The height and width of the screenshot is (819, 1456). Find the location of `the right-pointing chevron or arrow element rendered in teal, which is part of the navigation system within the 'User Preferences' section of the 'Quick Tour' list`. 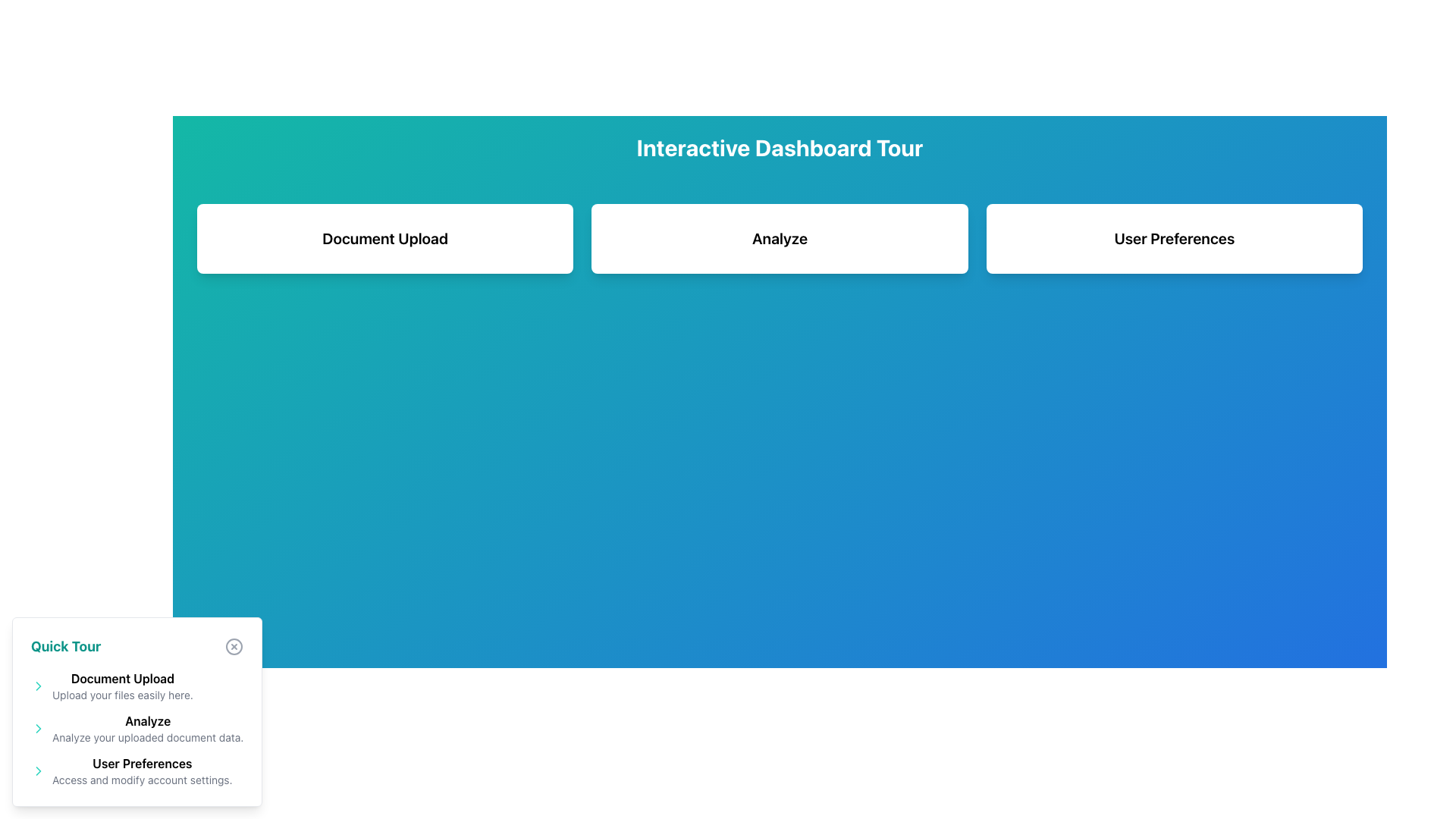

the right-pointing chevron or arrow element rendered in teal, which is part of the navigation system within the 'User Preferences' section of the 'Quick Tour' list is located at coordinates (39, 771).